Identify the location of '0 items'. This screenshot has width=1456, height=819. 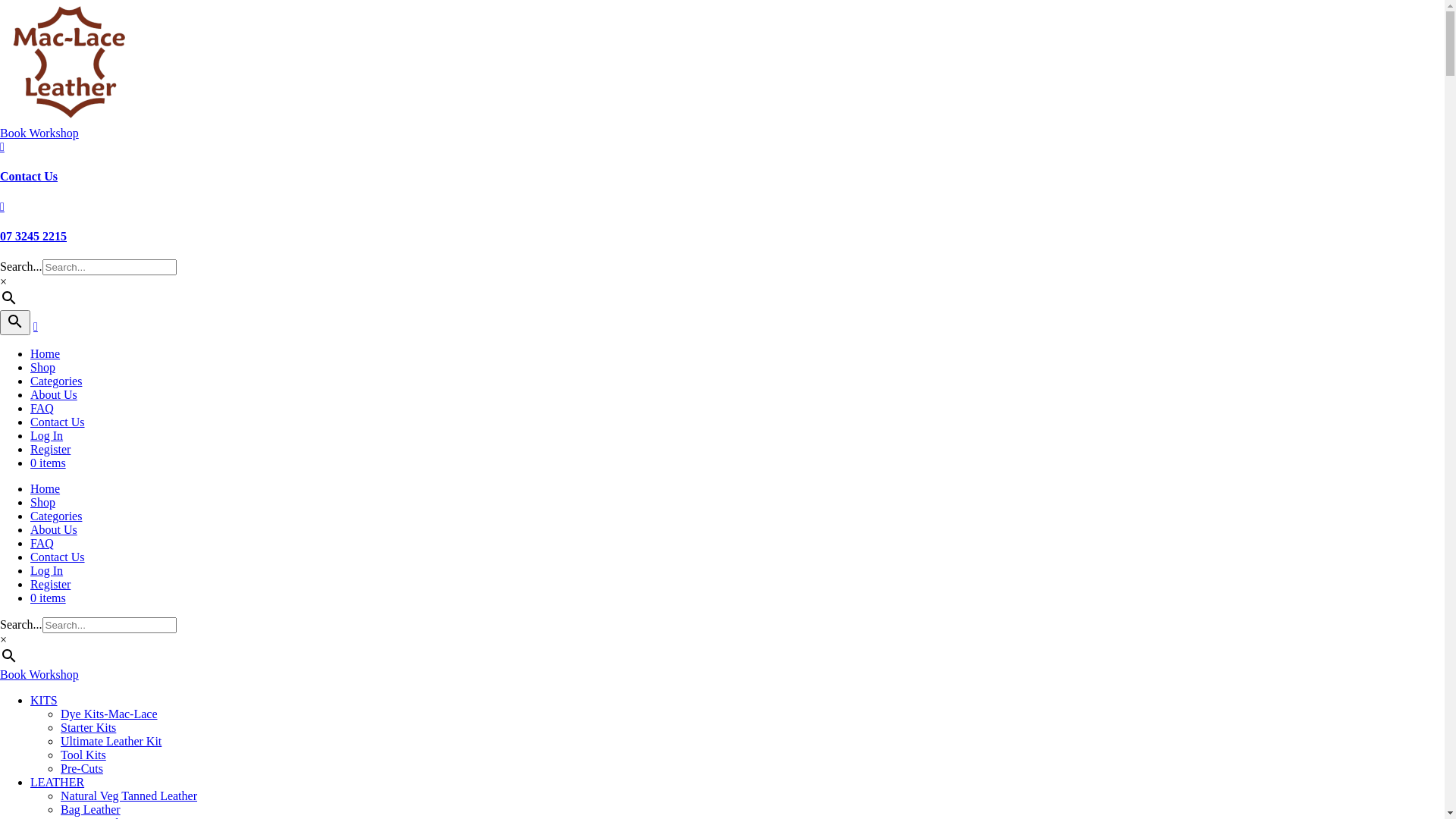
(48, 462).